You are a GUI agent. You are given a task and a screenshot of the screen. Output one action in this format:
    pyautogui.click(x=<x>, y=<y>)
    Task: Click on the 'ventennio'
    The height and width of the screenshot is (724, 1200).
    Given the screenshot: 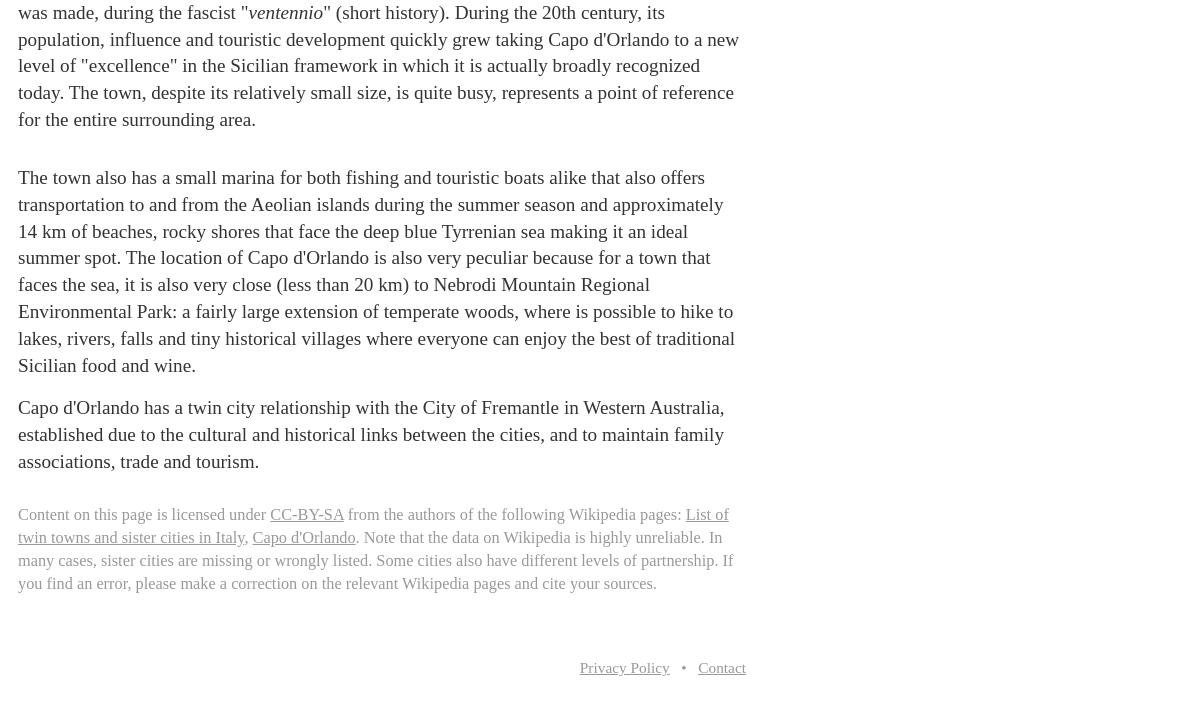 What is the action you would take?
    pyautogui.click(x=284, y=11)
    